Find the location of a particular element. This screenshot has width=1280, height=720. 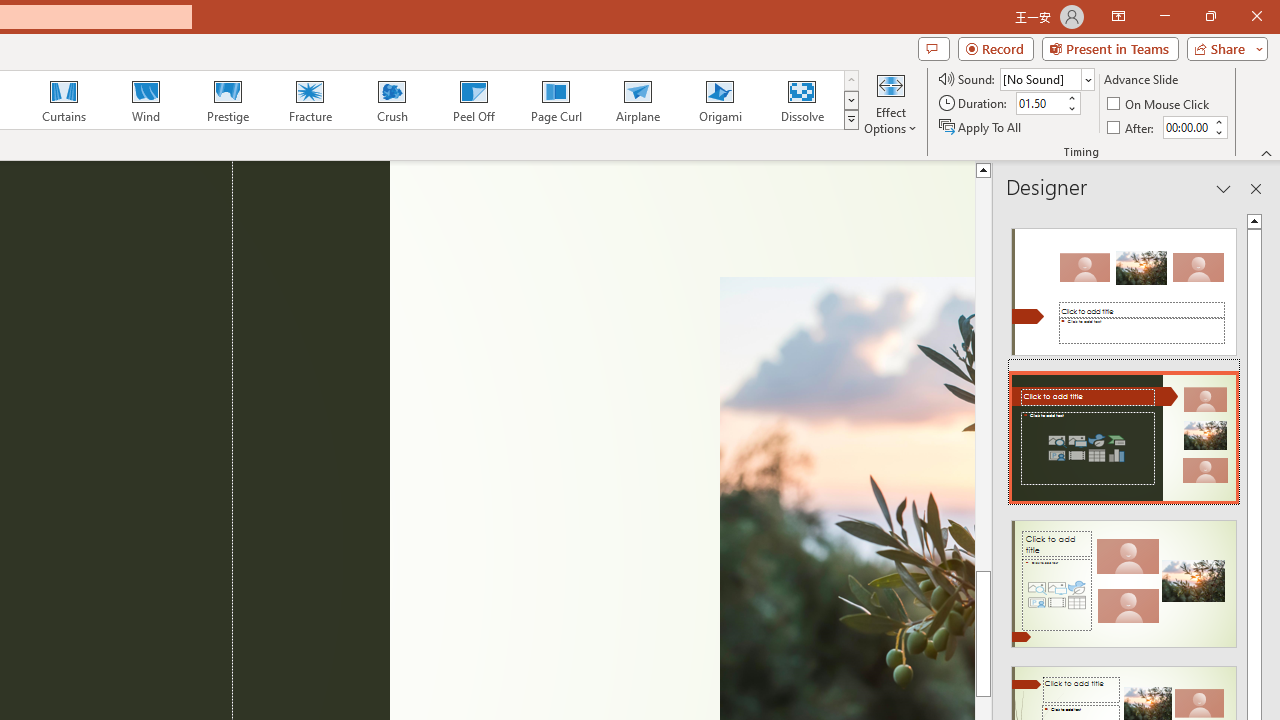

'Dissolve' is located at coordinates (802, 100).